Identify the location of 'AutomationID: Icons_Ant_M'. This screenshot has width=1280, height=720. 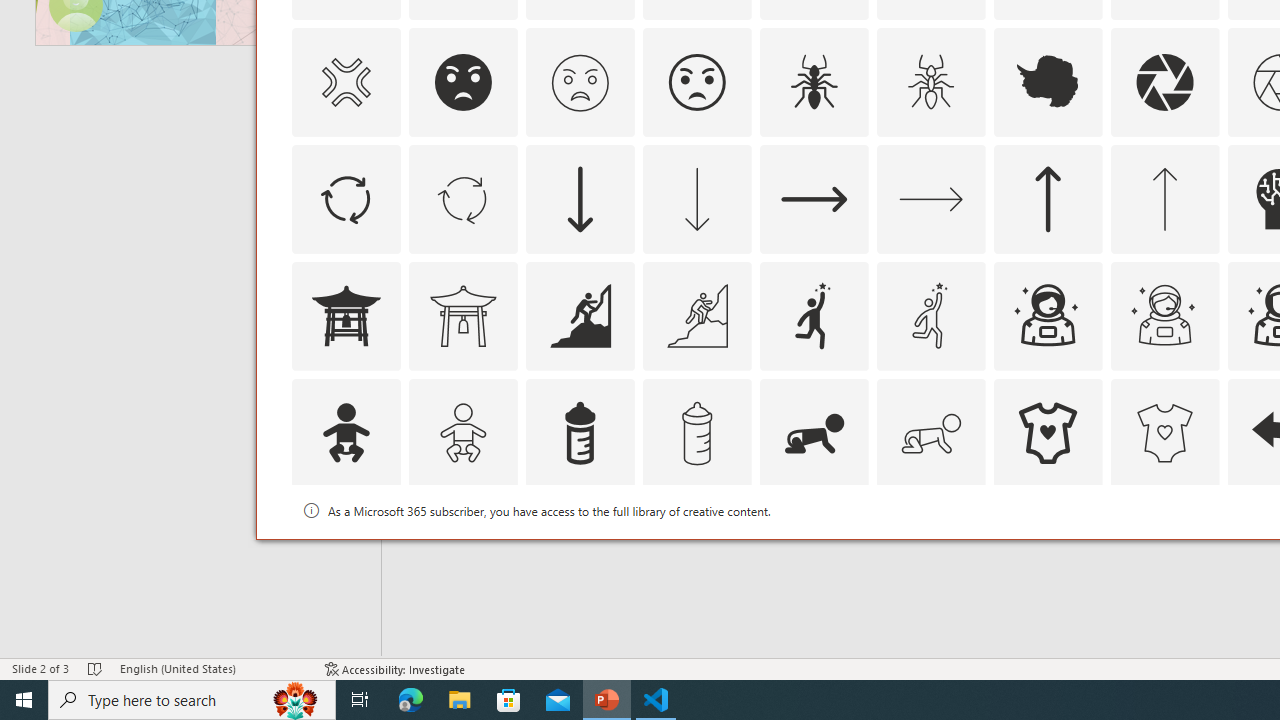
(929, 81).